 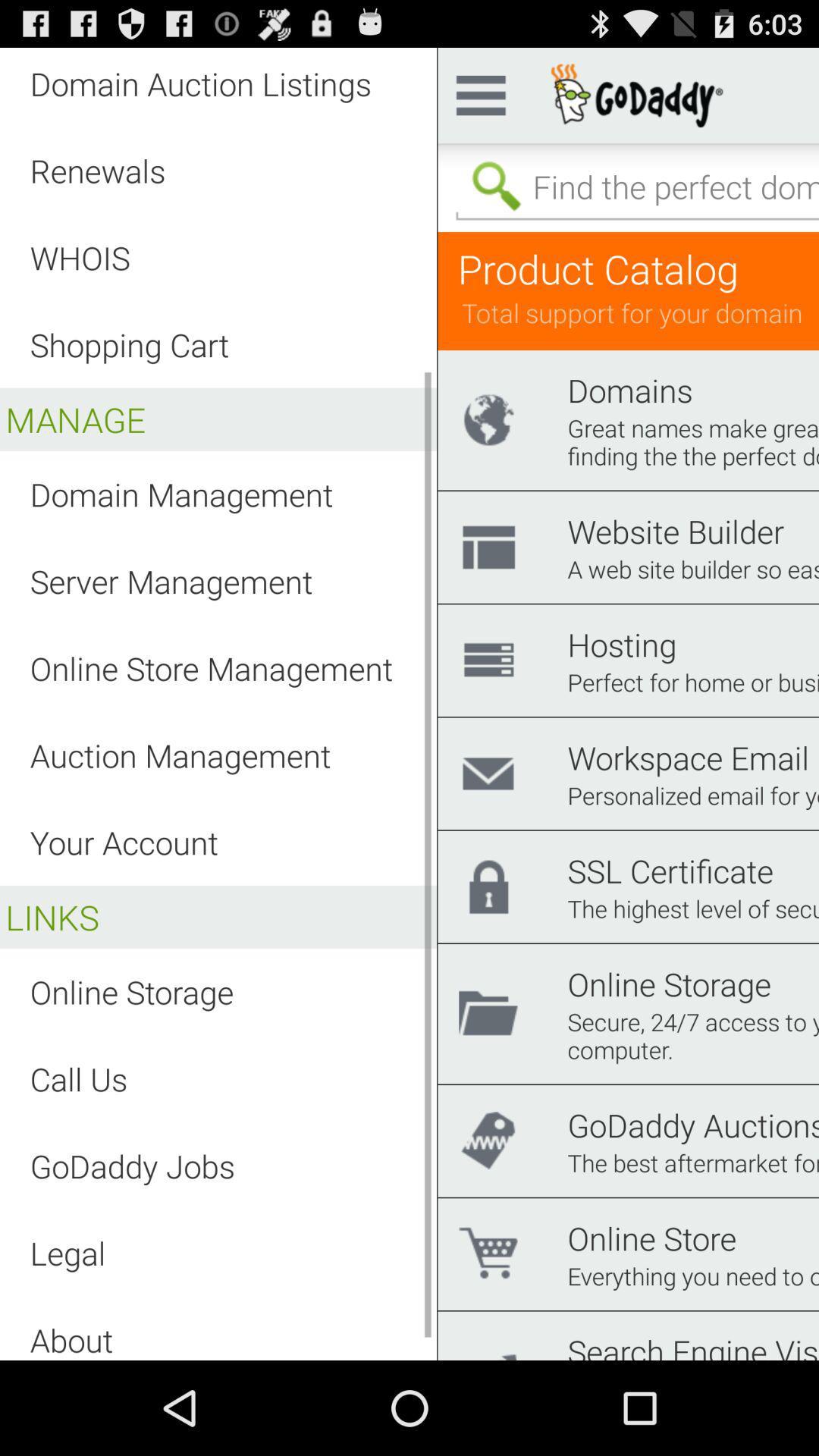 I want to click on hosting icon, so click(x=622, y=644).